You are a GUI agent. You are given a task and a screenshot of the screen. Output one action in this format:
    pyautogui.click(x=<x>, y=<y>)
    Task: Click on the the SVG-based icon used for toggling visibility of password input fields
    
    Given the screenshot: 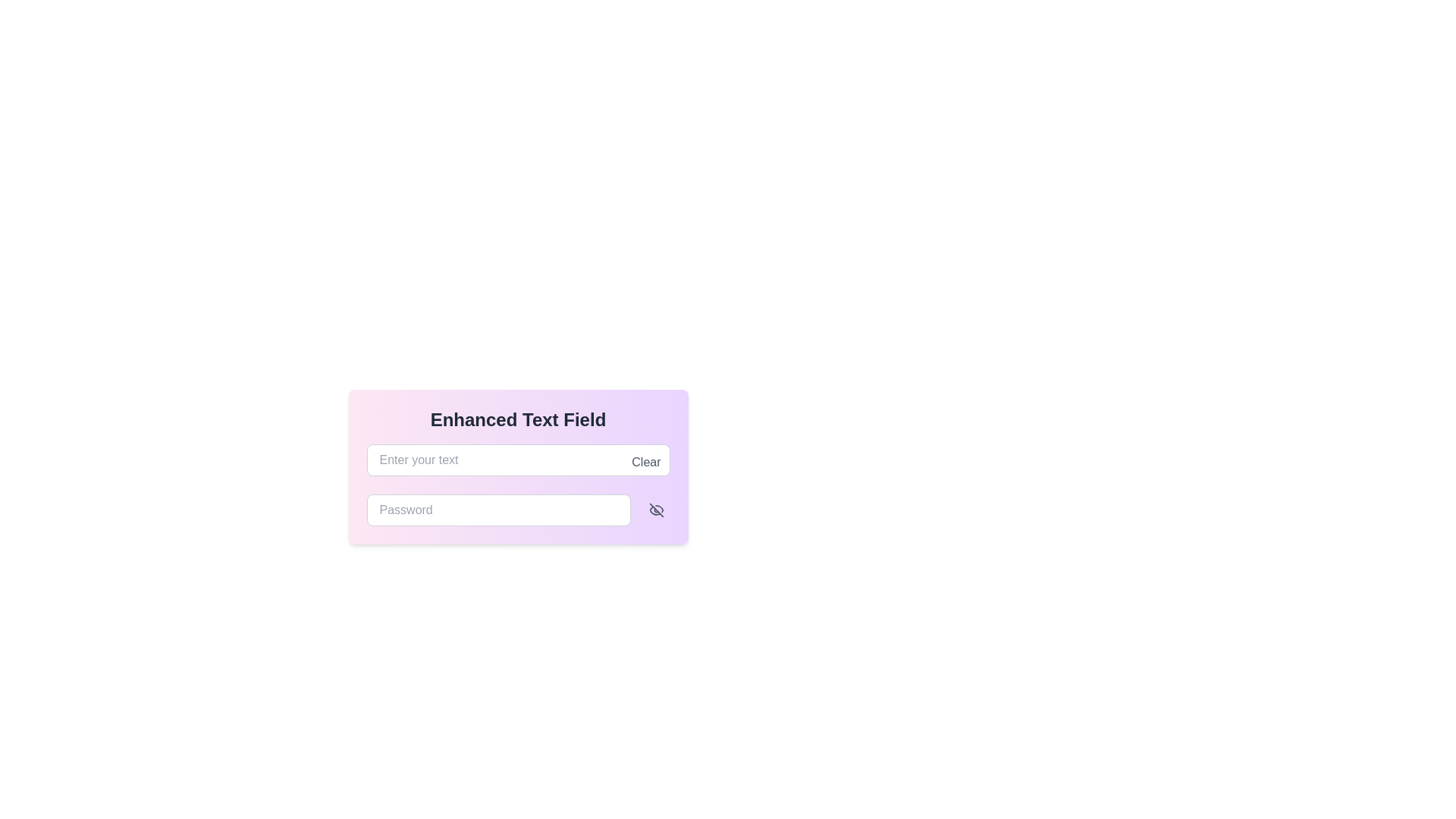 What is the action you would take?
    pyautogui.click(x=656, y=510)
    